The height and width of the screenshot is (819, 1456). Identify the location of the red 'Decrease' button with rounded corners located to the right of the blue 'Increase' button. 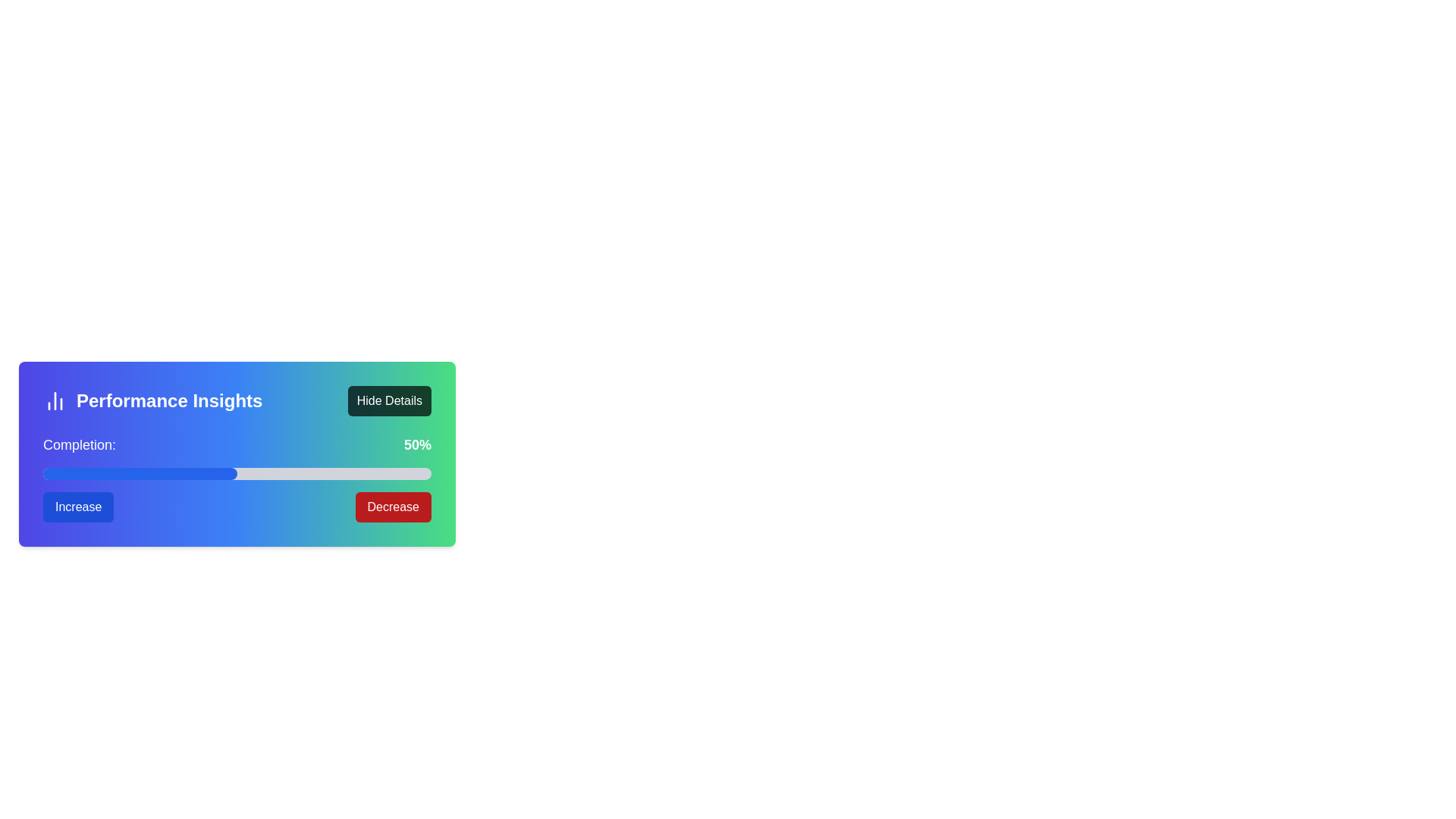
(393, 507).